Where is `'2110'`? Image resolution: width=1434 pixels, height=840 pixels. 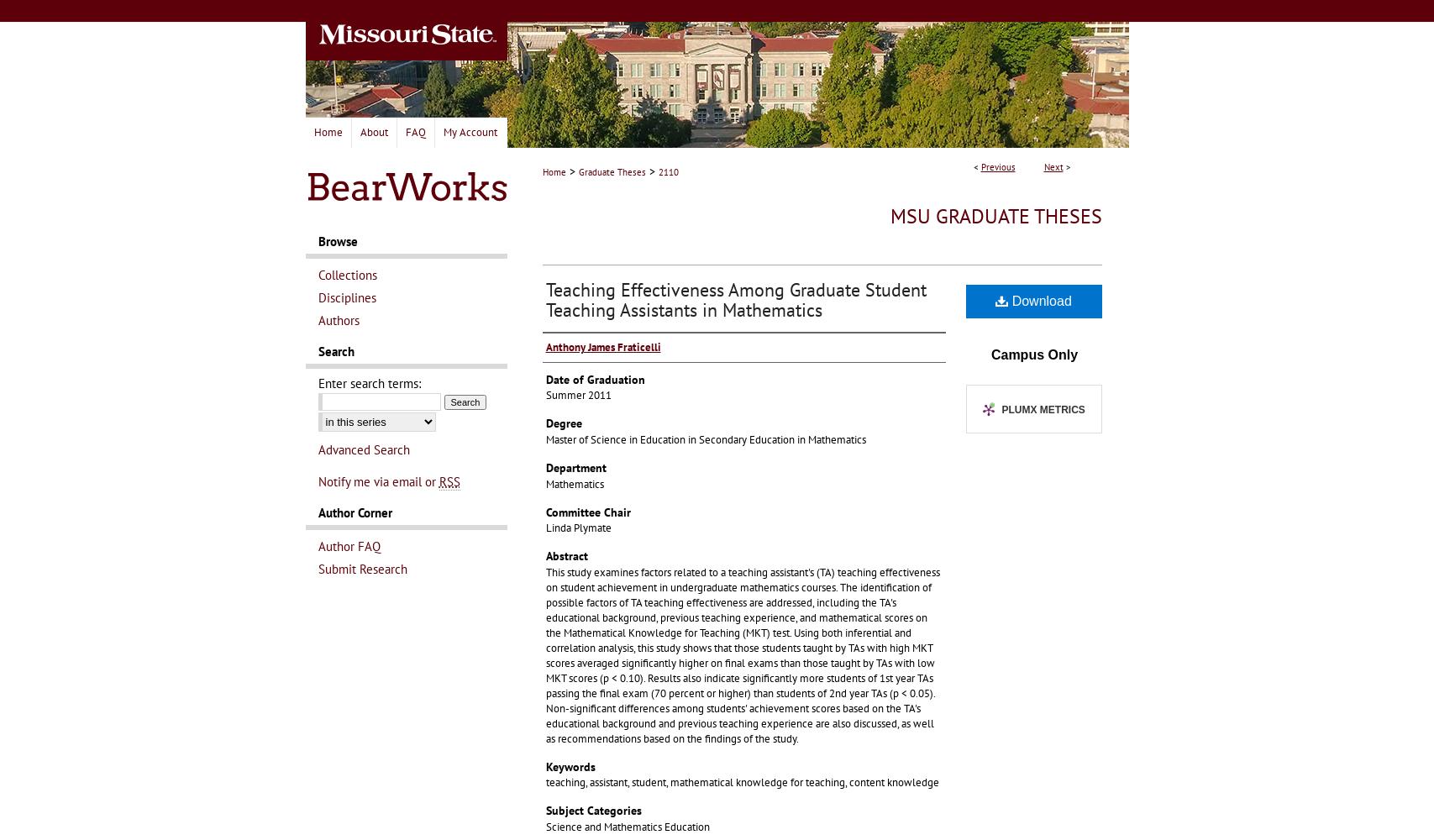
'2110' is located at coordinates (667, 171).